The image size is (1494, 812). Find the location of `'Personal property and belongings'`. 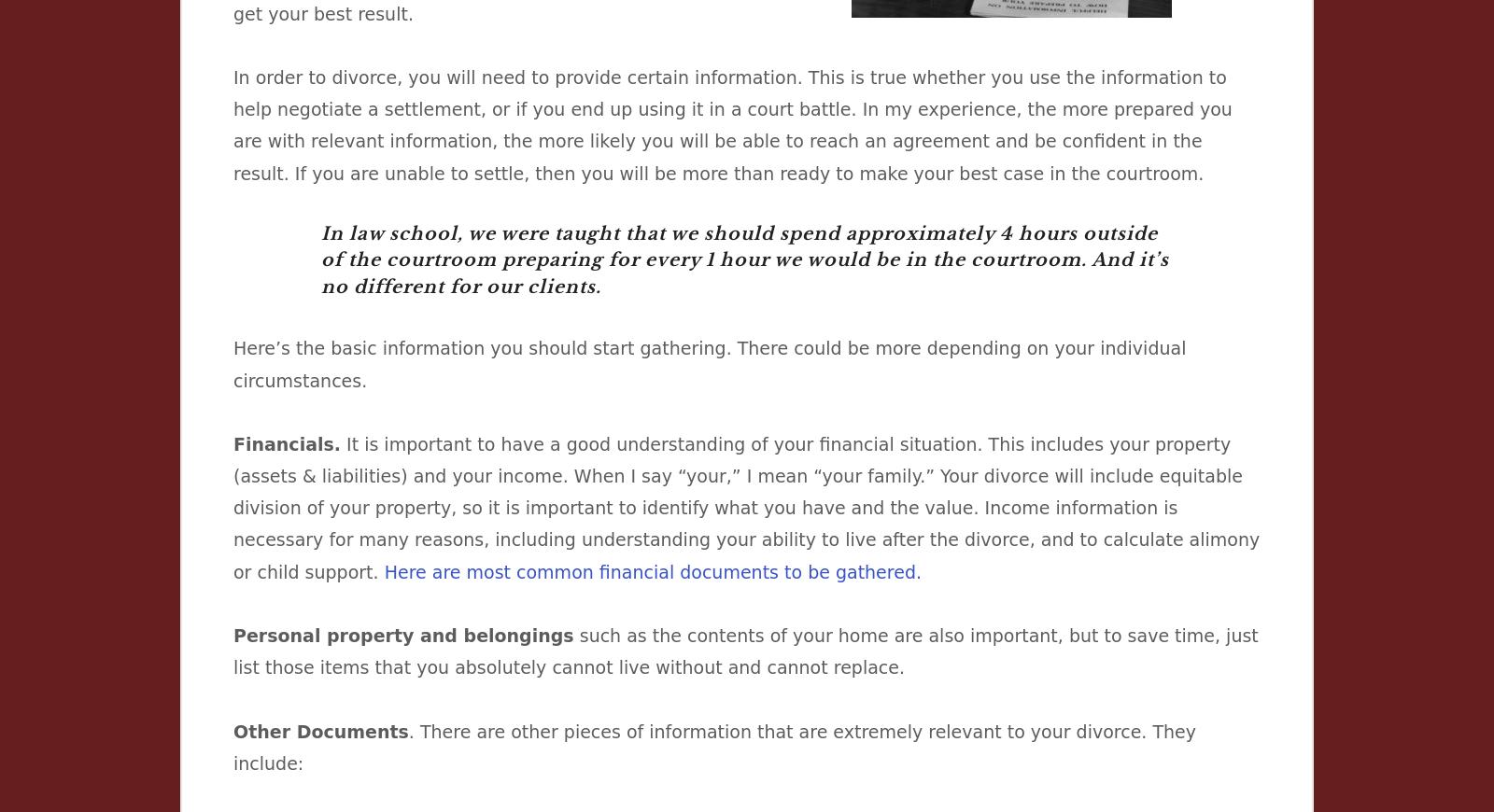

'Personal property and belongings' is located at coordinates (402, 636).